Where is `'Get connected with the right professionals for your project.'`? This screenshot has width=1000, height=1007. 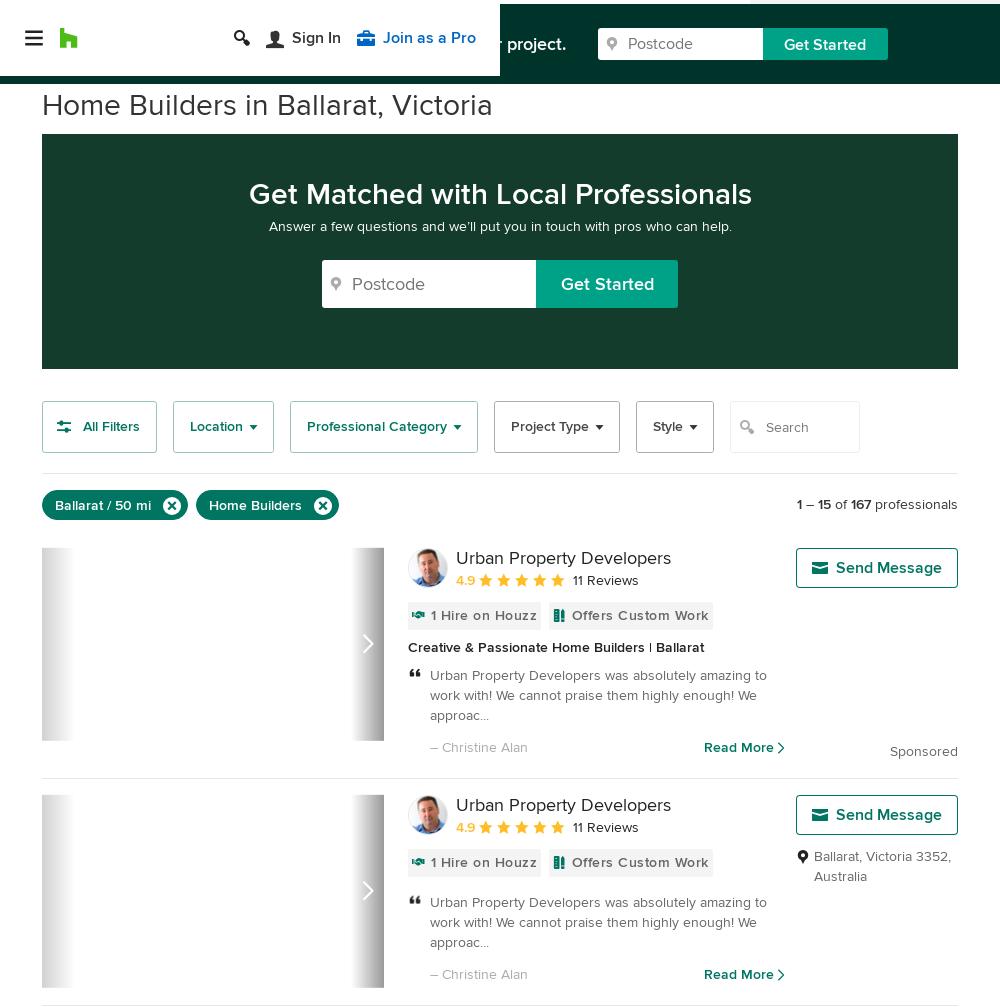
'Get connected with the right professionals for your project.' is located at coordinates (329, 33).